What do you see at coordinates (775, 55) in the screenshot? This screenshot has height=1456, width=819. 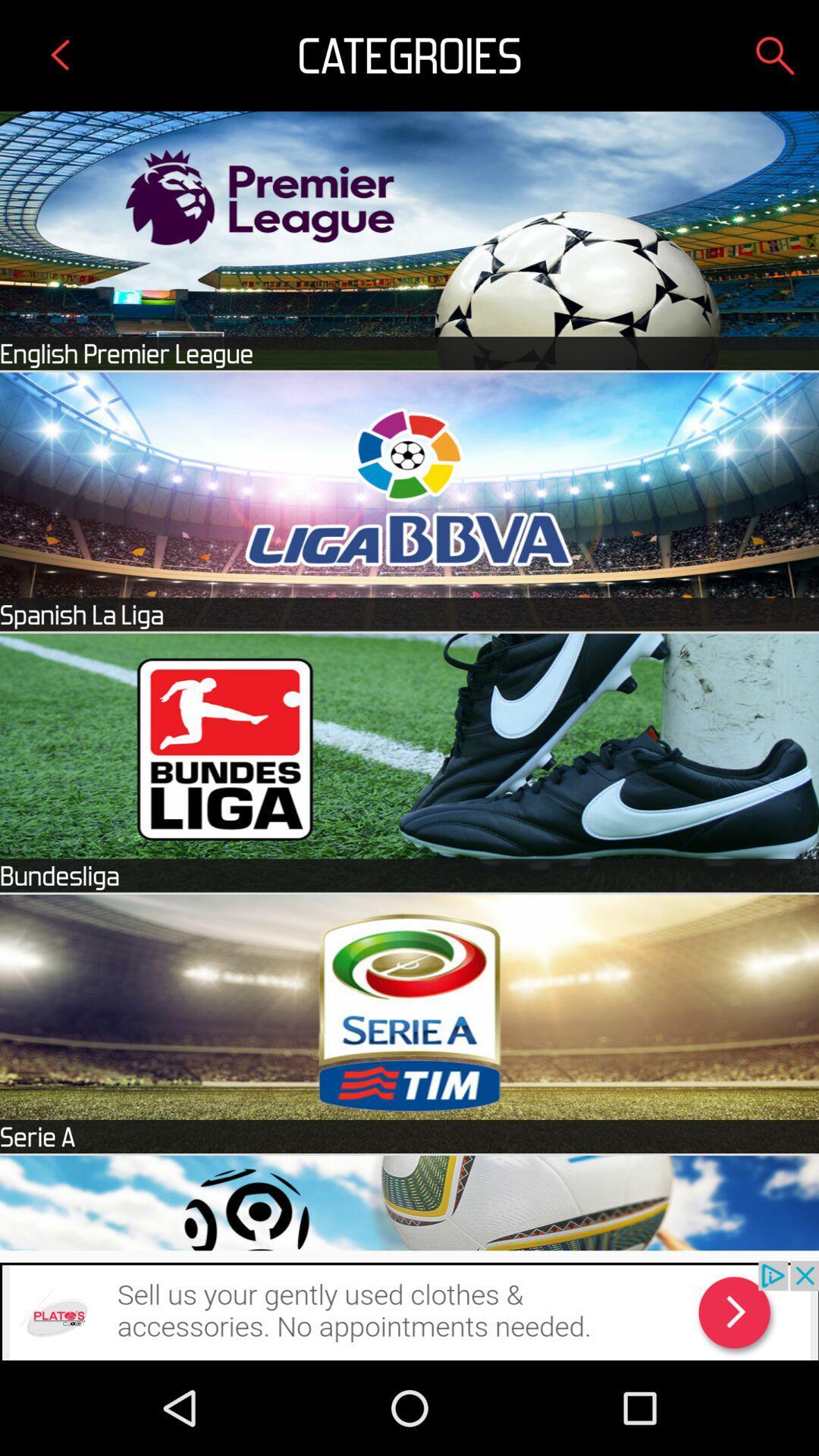 I see `new search` at bounding box center [775, 55].